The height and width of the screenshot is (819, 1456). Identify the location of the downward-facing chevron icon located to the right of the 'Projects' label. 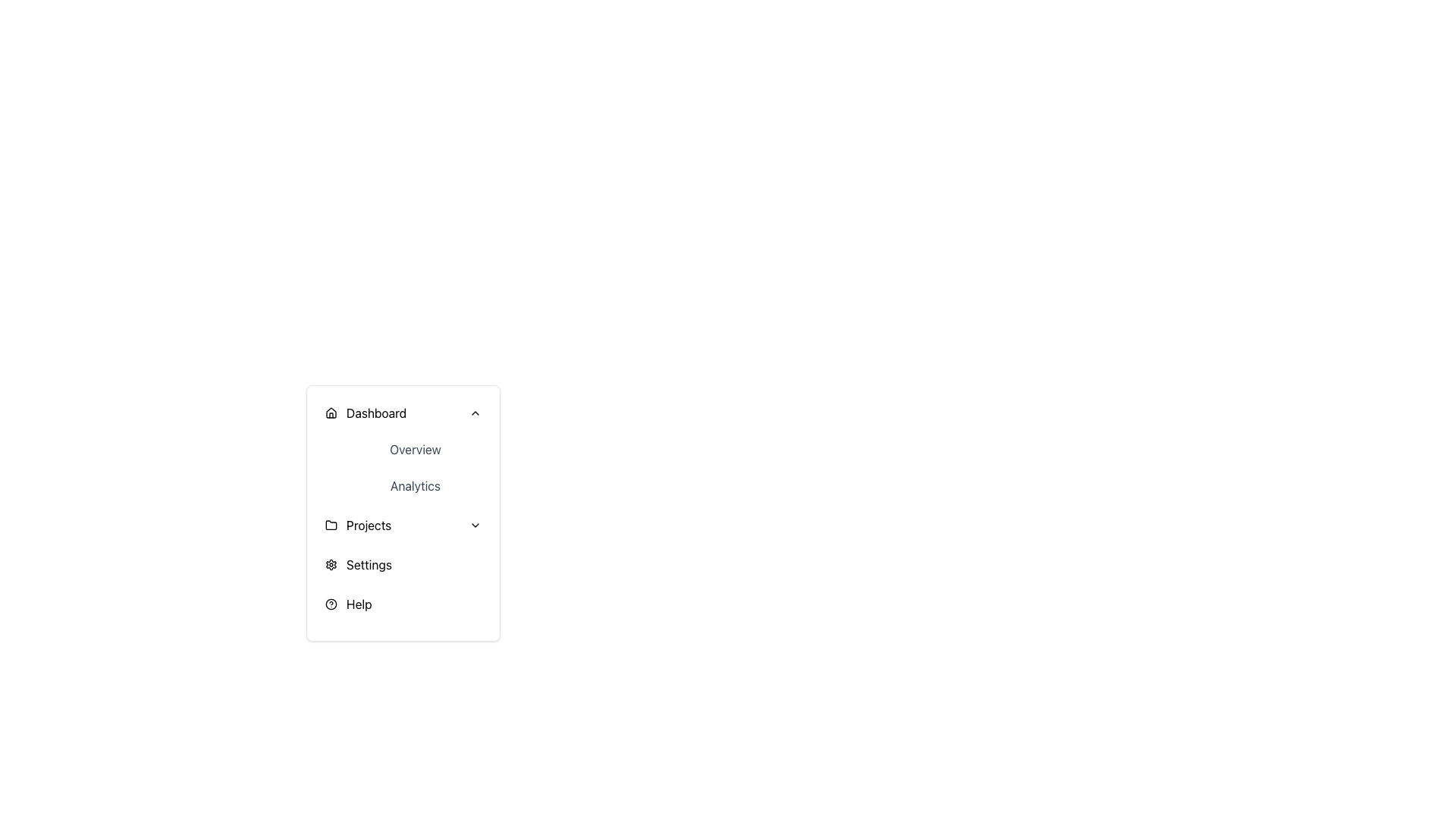
(475, 525).